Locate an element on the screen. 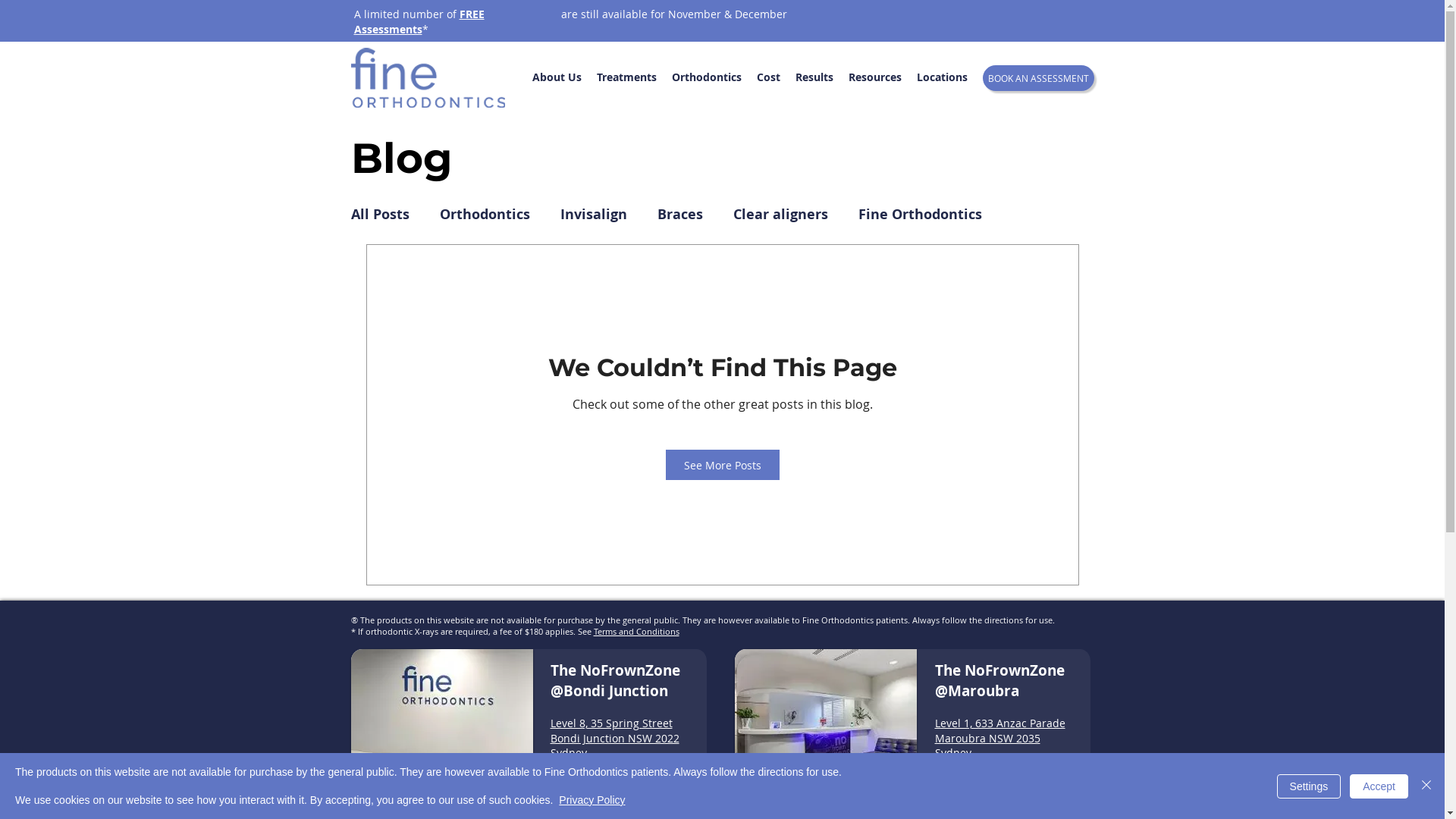 This screenshot has width=1456, height=819. 'Level 8, 35 Spring Street is located at coordinates (615, 736).